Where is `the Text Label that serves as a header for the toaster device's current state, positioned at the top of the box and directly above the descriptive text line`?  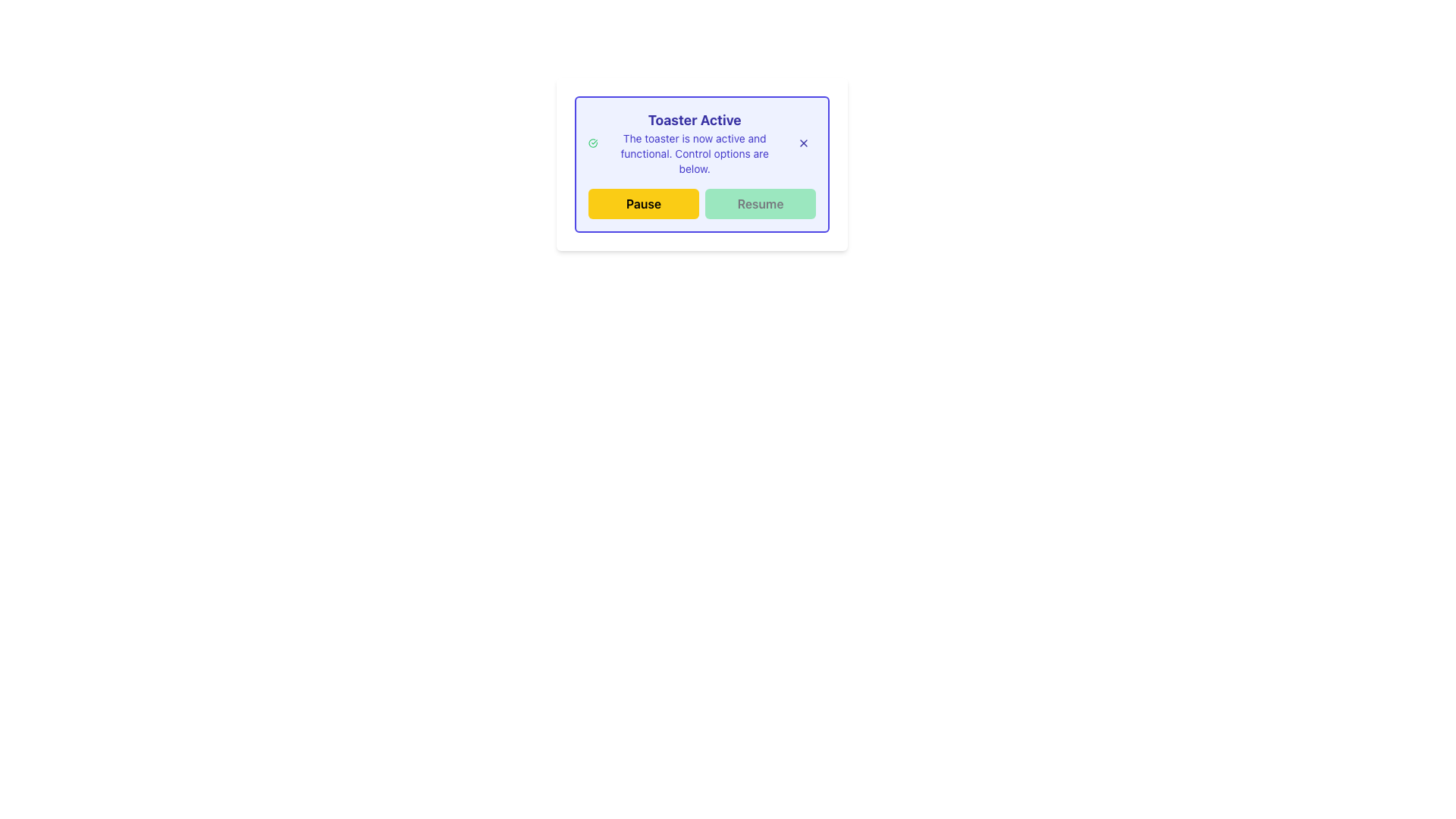 the Text Label that serves as a header for the toaster device's current state, positioned at the top of the box and directly above the descriptive text line is located at coordinates (694, 119).